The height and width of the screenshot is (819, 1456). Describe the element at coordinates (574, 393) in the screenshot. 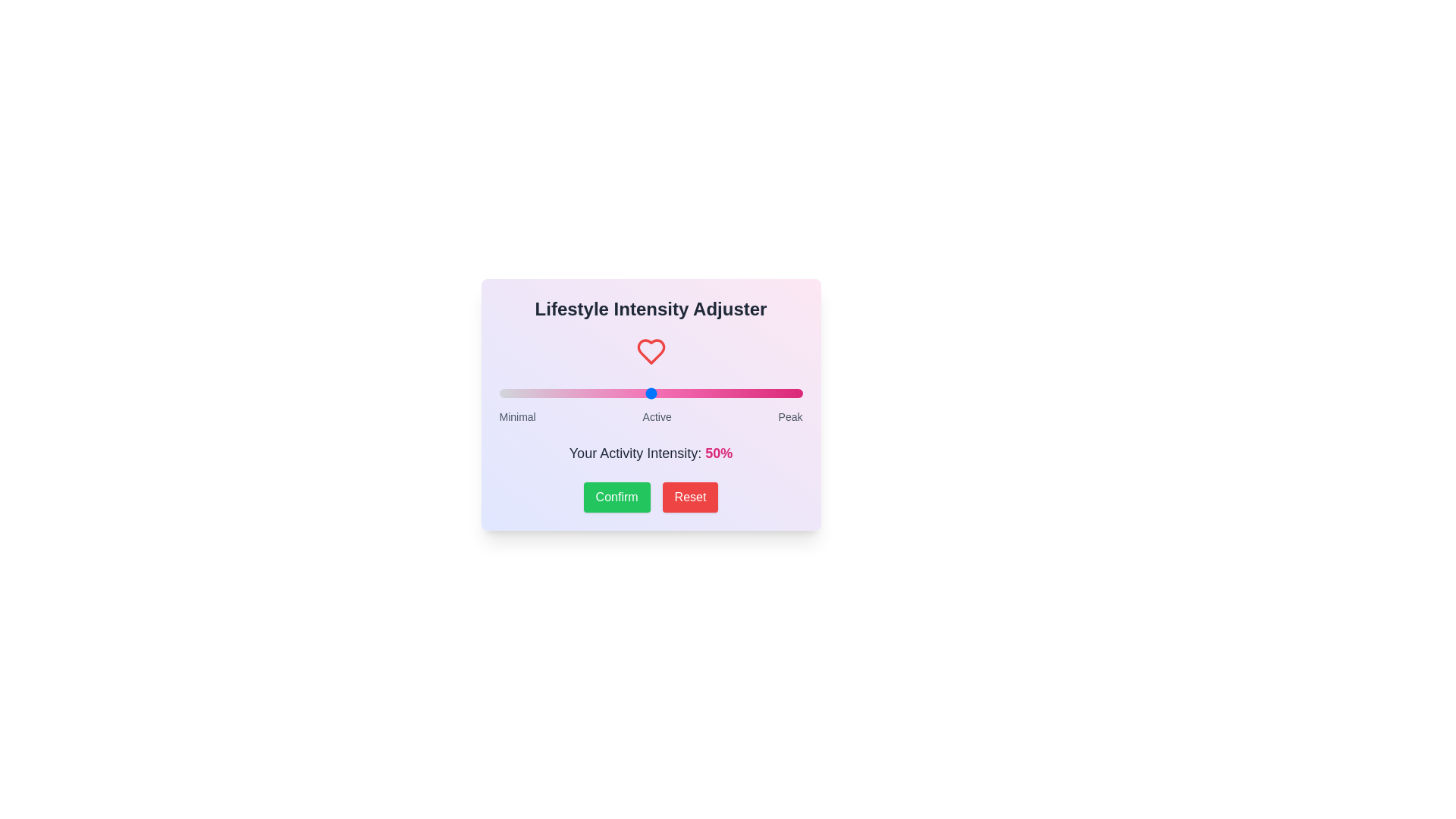

I see `the slider to set the intensity to 25%` at that location.